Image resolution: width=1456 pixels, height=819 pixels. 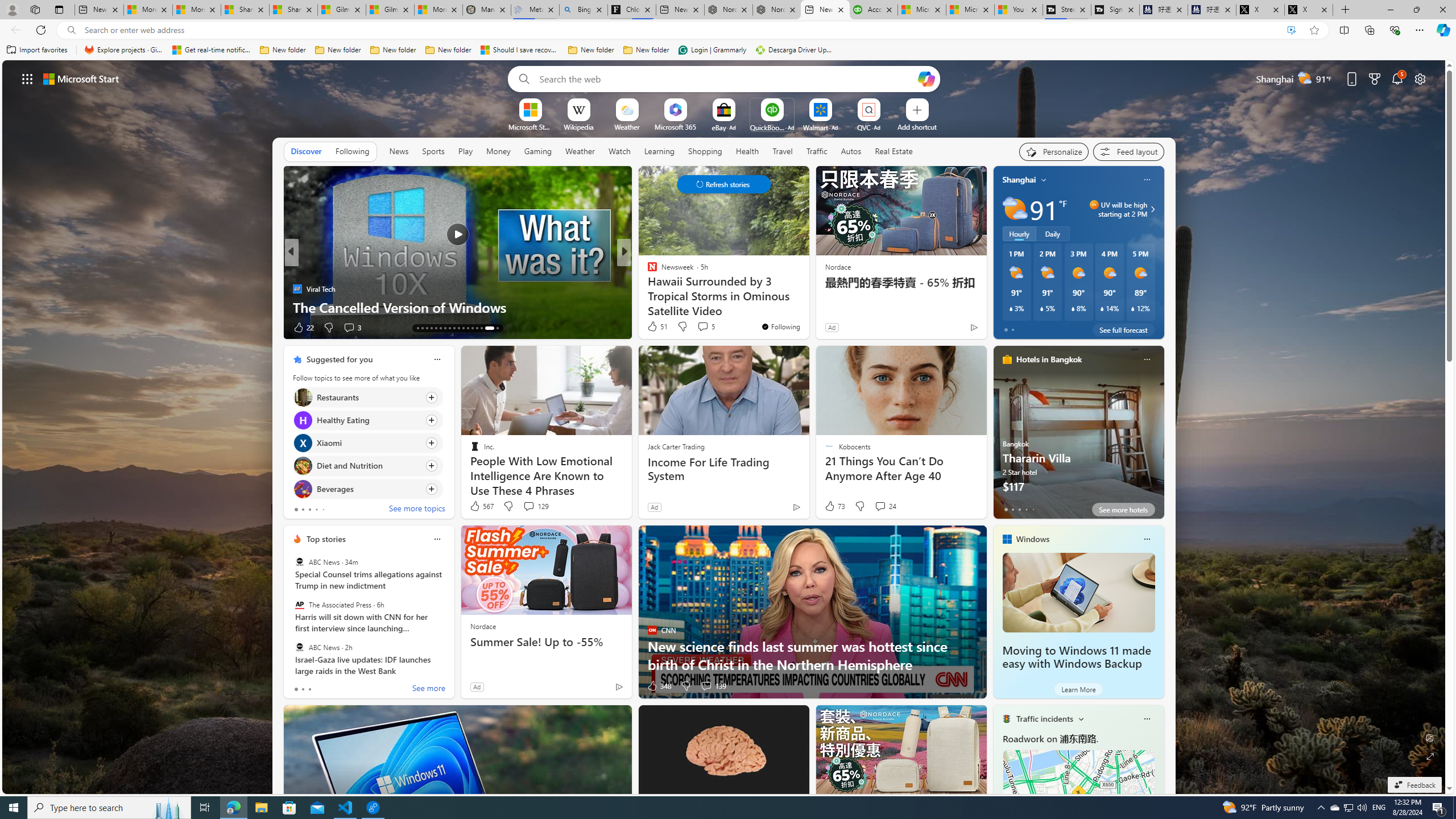 What do you see at coordinates (1128, 152) in the screenshot?
I see `'Feed settings'` at bounding box center [1128, 152].